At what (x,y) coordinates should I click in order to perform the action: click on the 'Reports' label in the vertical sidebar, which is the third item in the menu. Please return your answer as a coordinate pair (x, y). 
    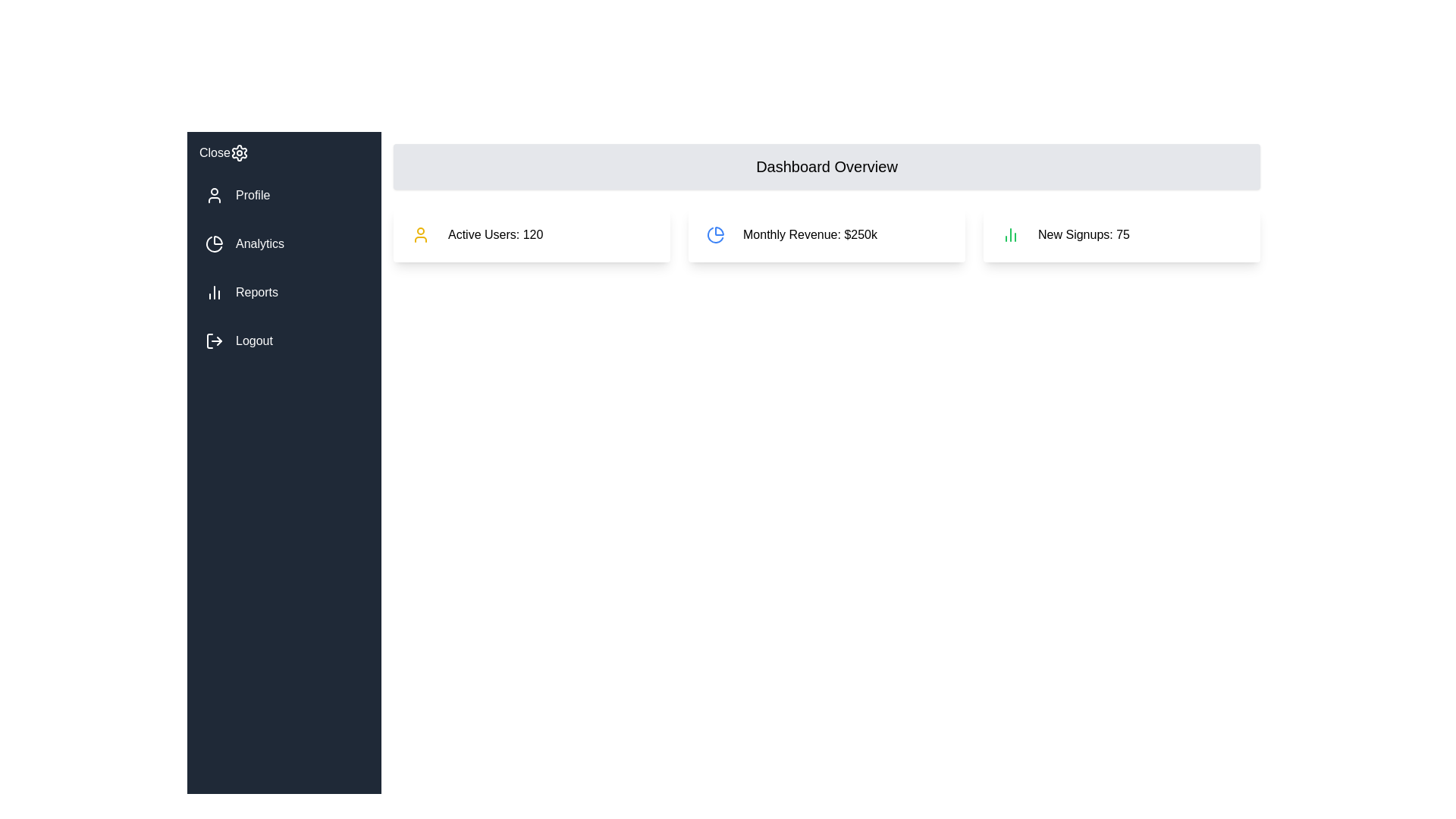
    Looking at the image, I should click on (257, 292).